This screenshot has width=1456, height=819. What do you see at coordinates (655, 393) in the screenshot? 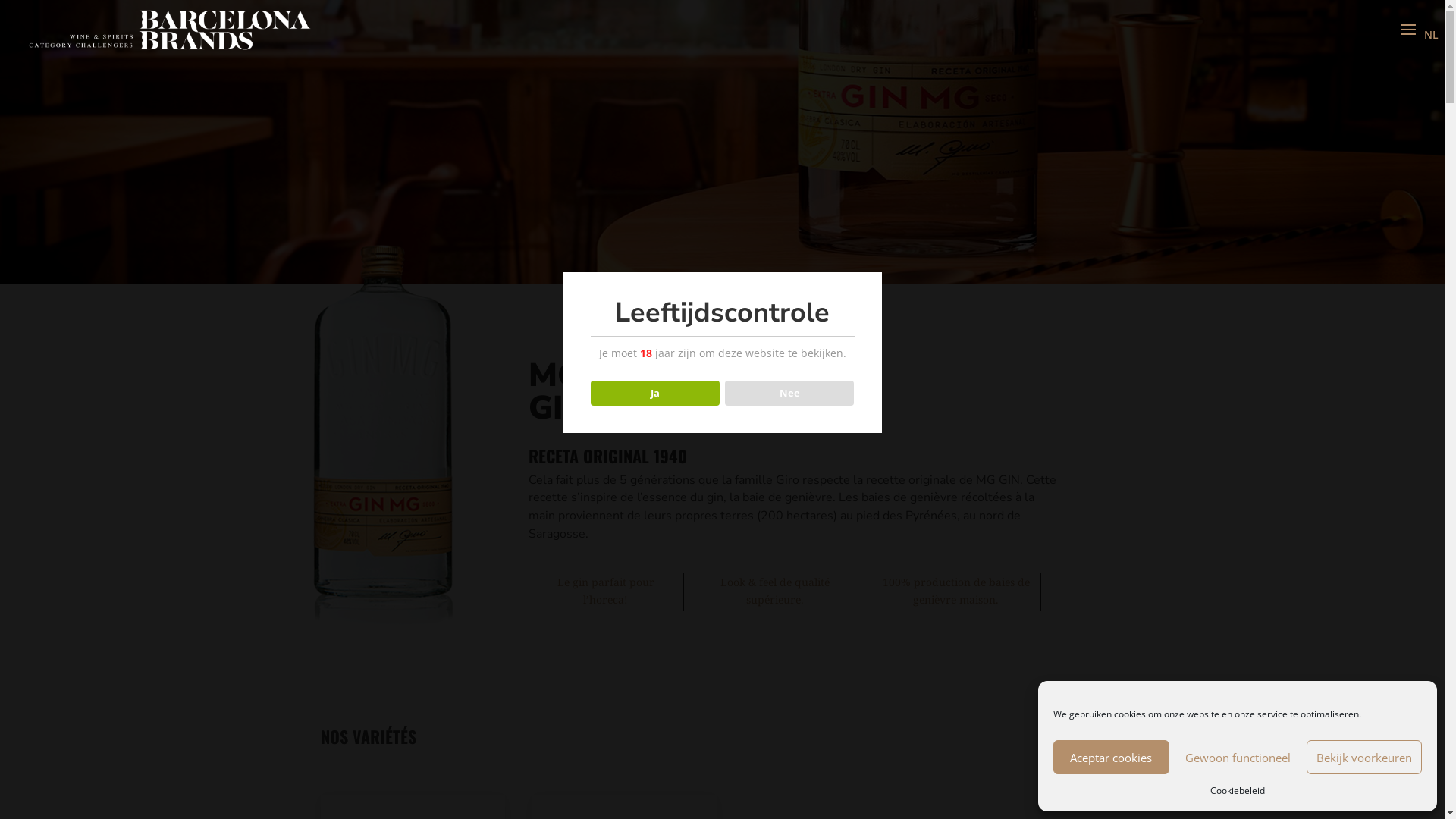
I see `'Ja'` at bounding box center [655, 393].